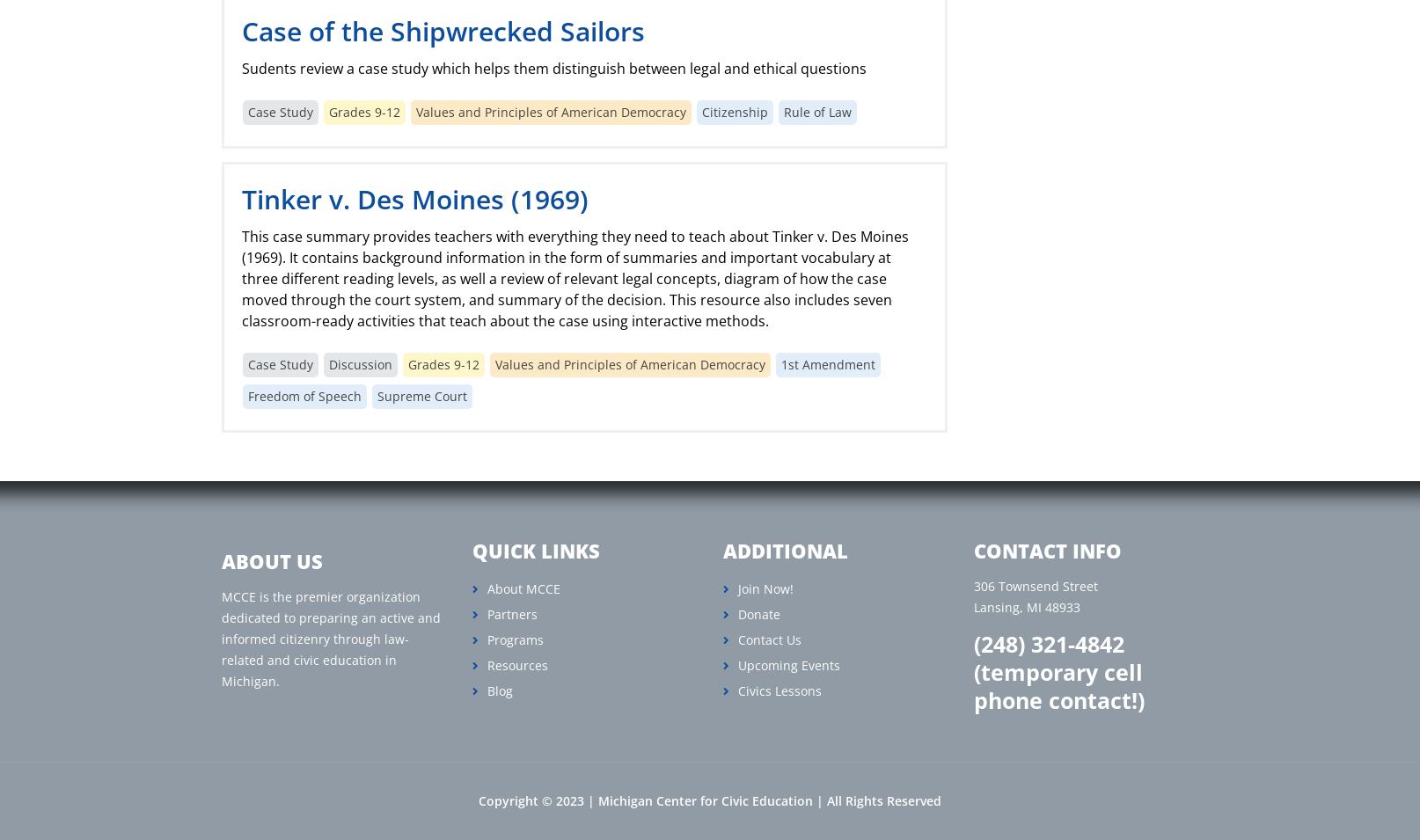 The height and width of the screenshot is (840, 1420). I want to click on 'Contact Us', so click(737, 639).